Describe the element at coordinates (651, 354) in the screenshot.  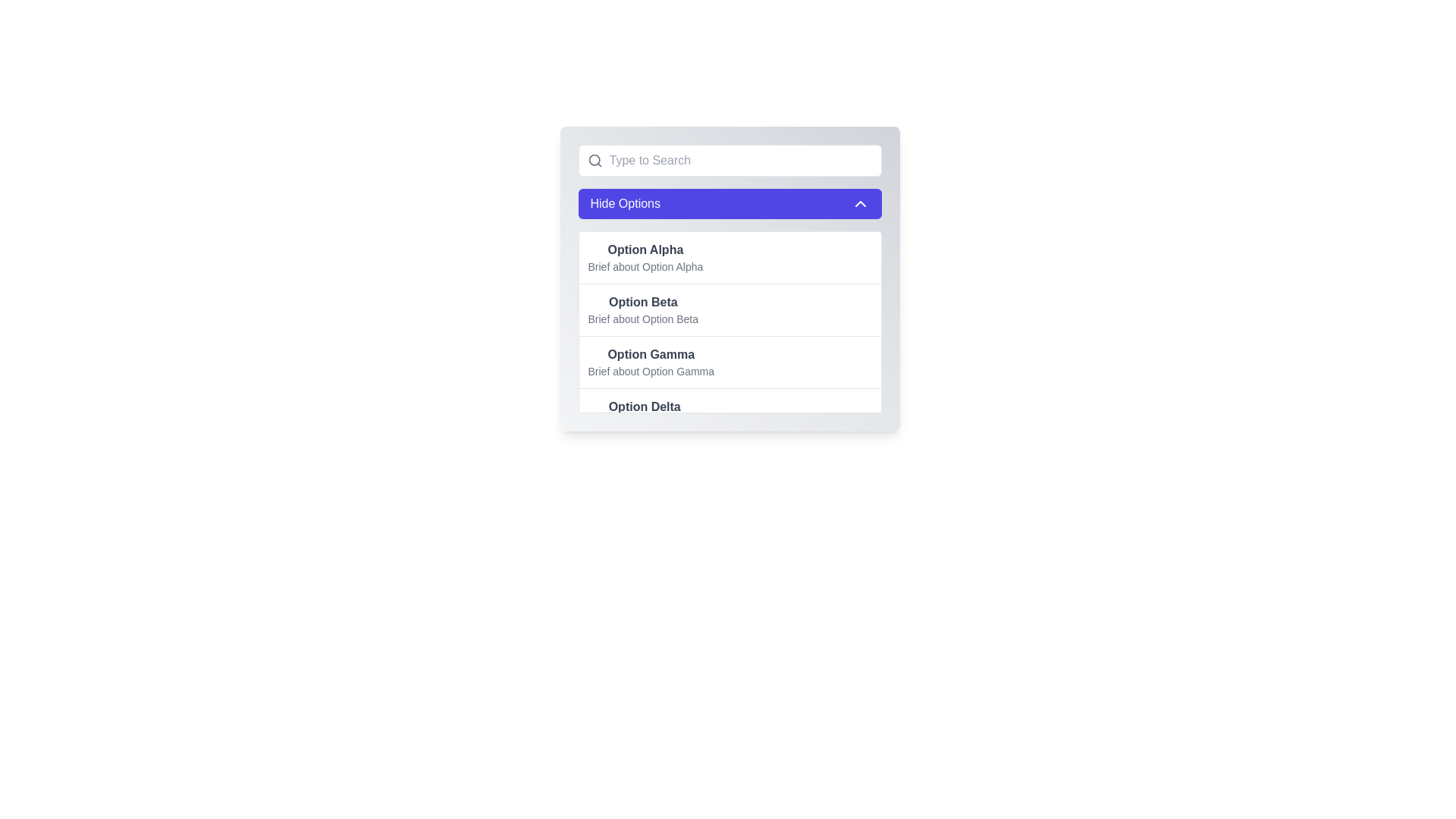
I see `the bold and dark gray text label reading 'Option Gamma' in the dropdown list interface` at that location.